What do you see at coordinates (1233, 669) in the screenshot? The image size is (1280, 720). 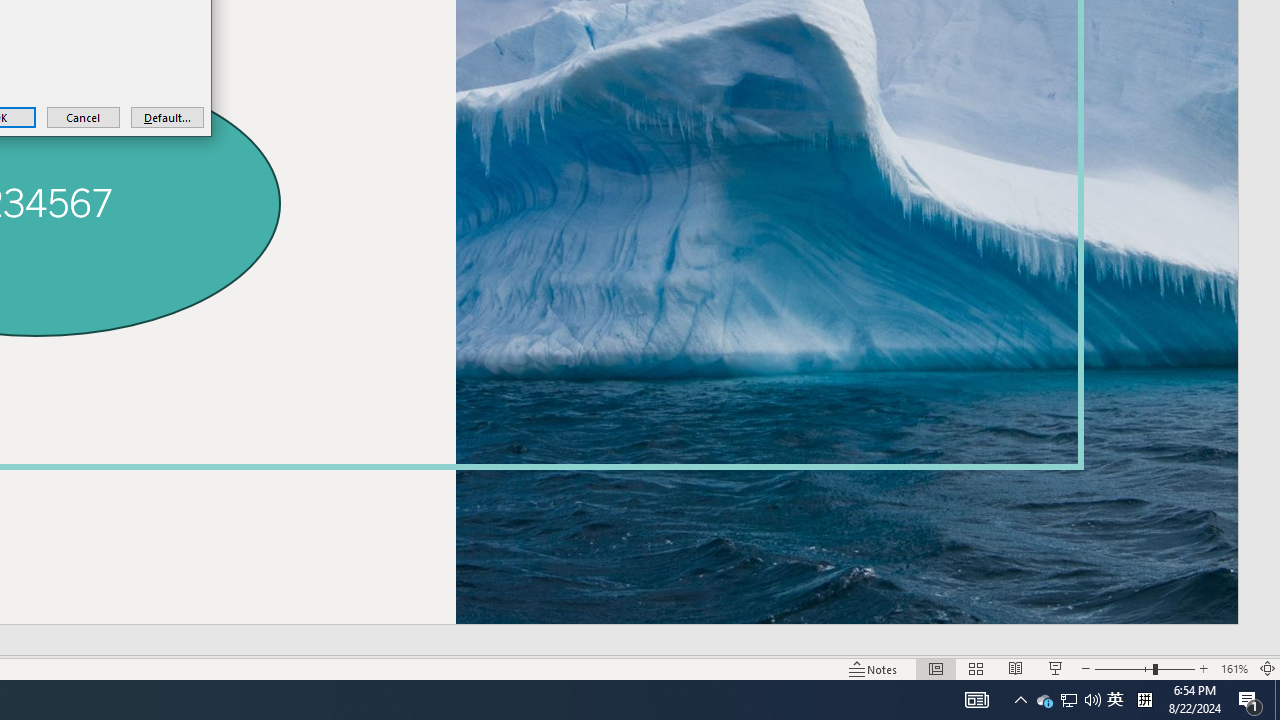 I see `'Zoom 161%'` at bounding box center [1233, 669].